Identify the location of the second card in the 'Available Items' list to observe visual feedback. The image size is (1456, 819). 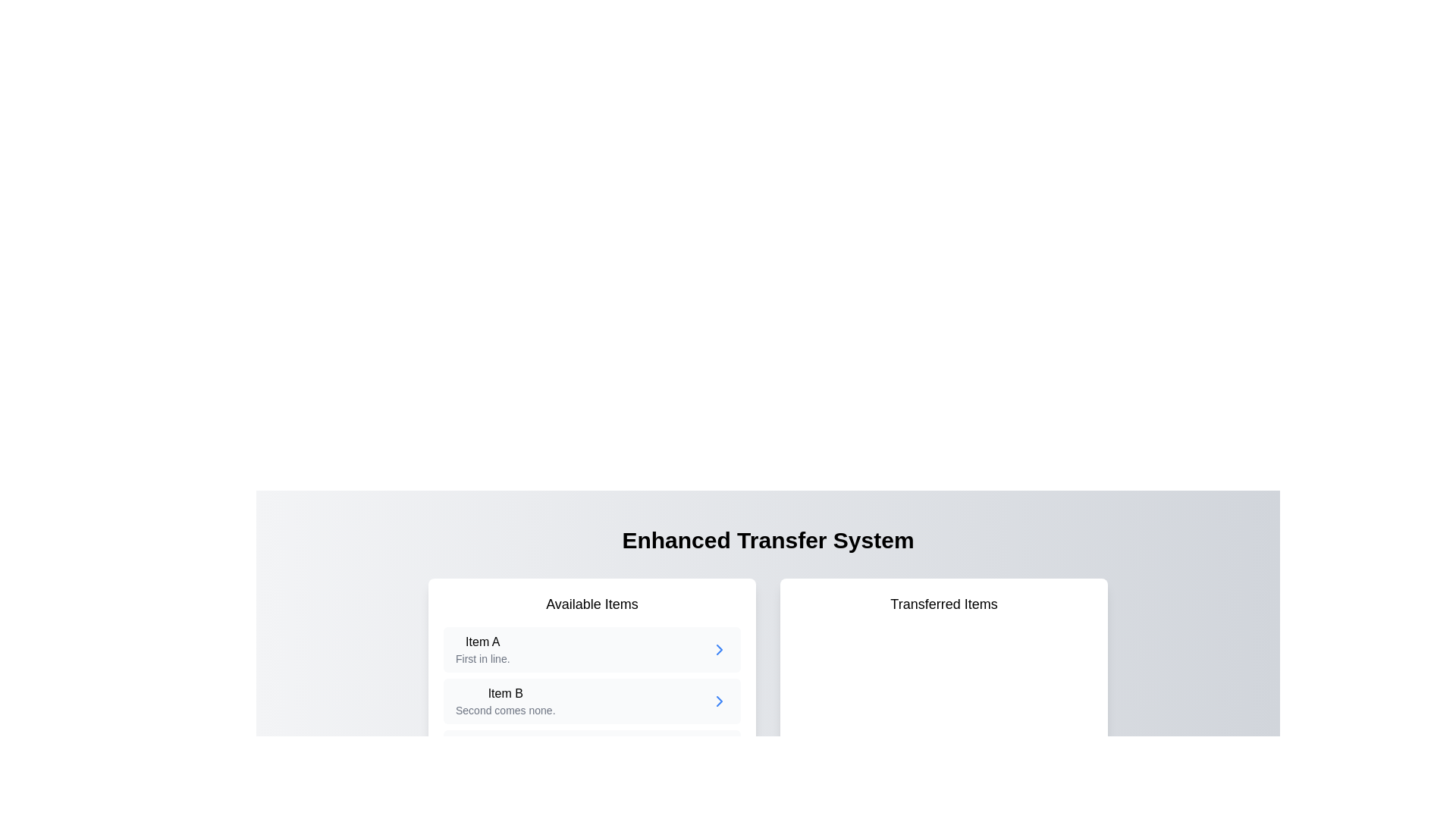
(591, 701).